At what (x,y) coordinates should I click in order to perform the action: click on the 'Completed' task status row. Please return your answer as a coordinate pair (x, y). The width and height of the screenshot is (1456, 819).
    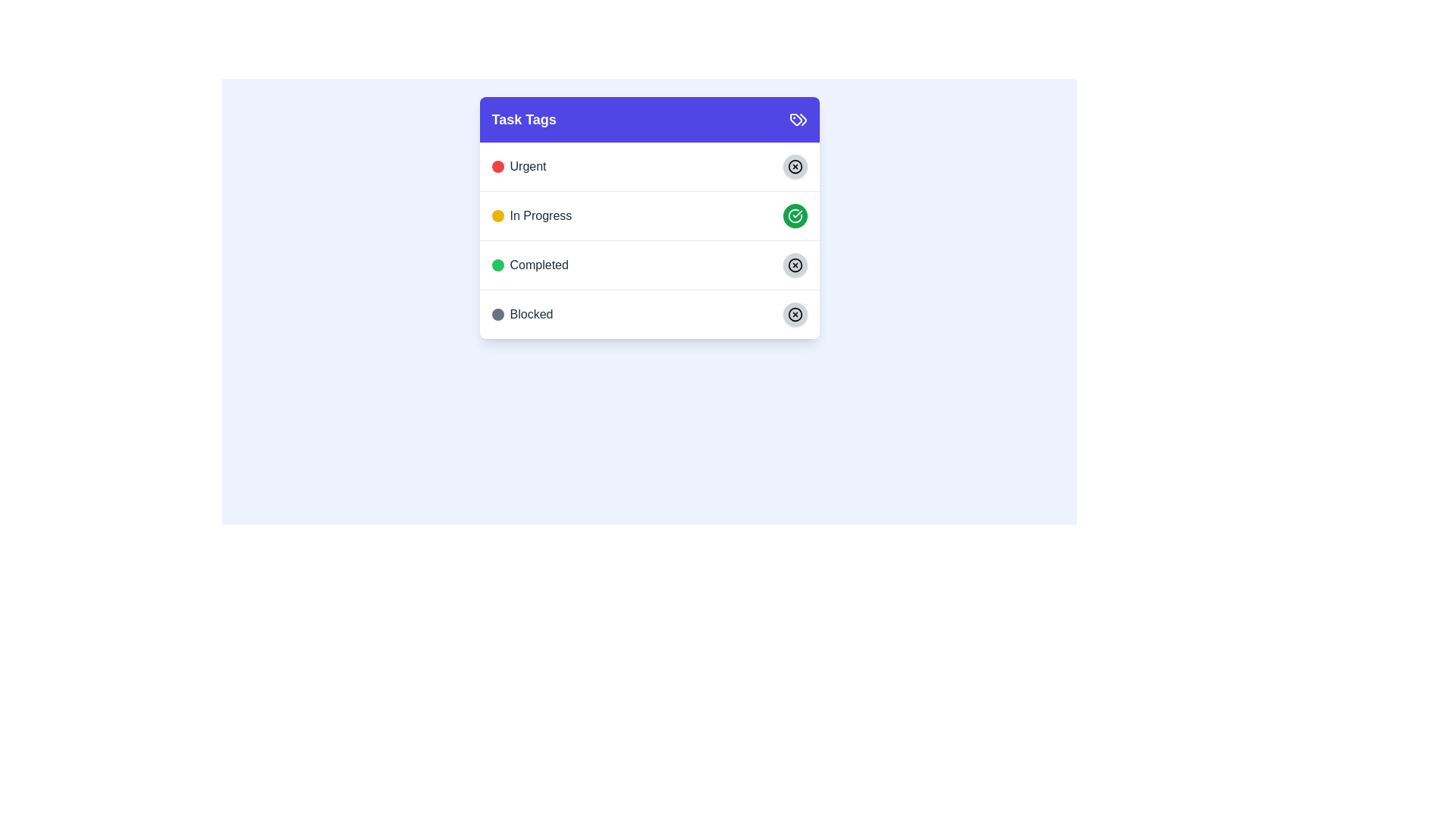
    Looking at the image, I should click on (649, 264).